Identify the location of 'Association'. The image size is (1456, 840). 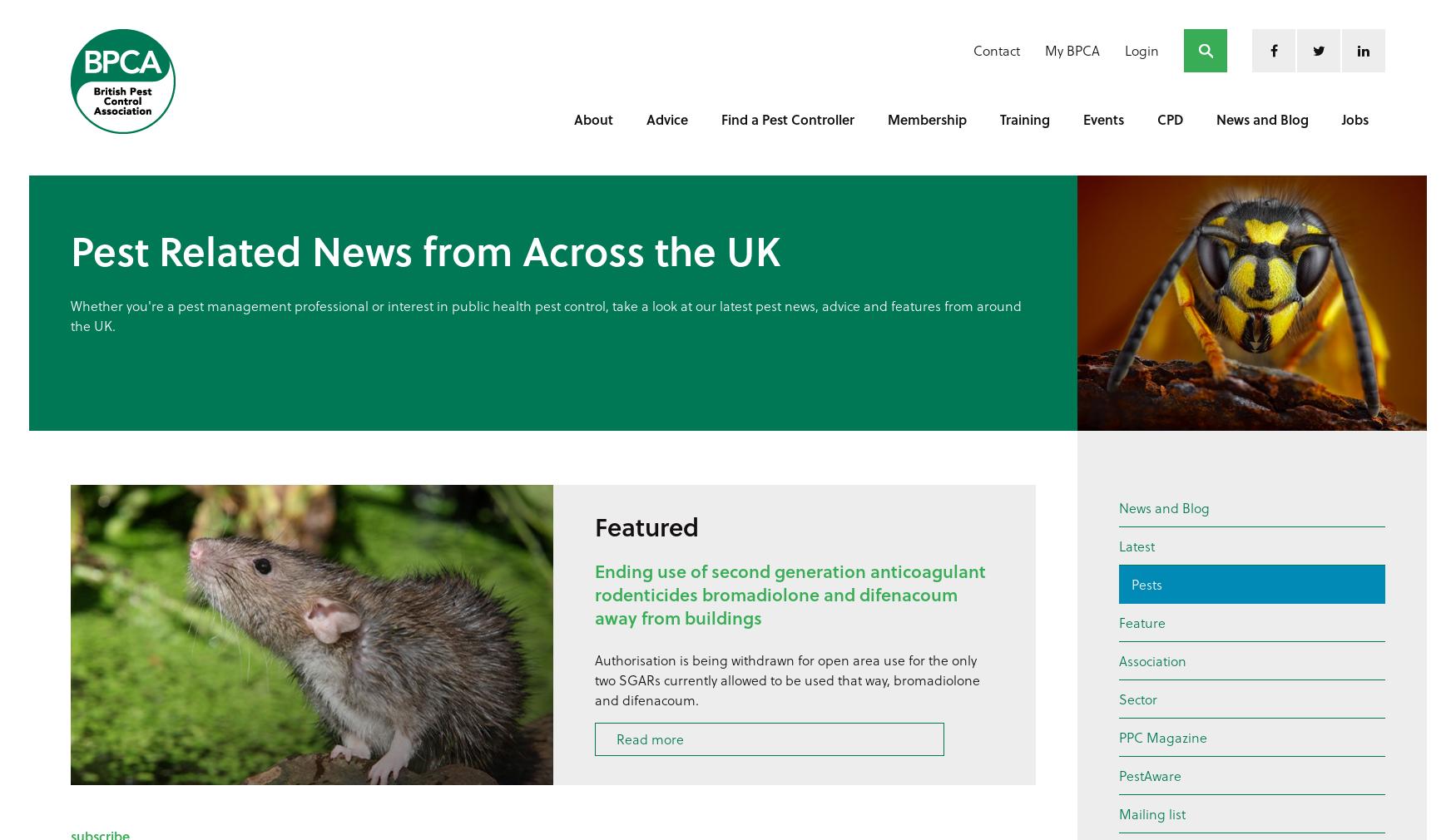
(1151, 660).